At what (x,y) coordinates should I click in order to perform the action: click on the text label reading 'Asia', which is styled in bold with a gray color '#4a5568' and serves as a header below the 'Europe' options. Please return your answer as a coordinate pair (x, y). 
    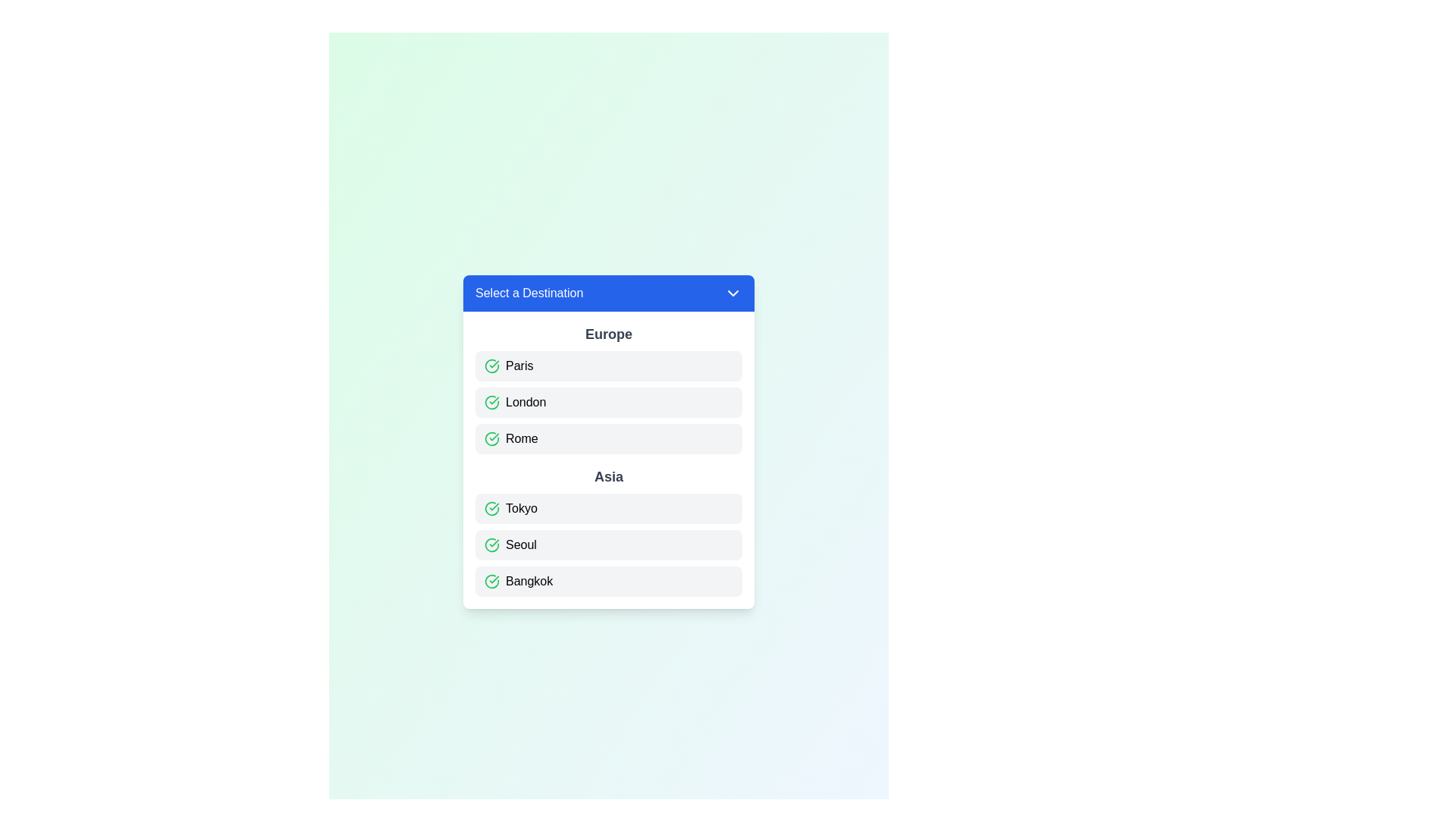
    Looking at the image, I should click on (608, 475).